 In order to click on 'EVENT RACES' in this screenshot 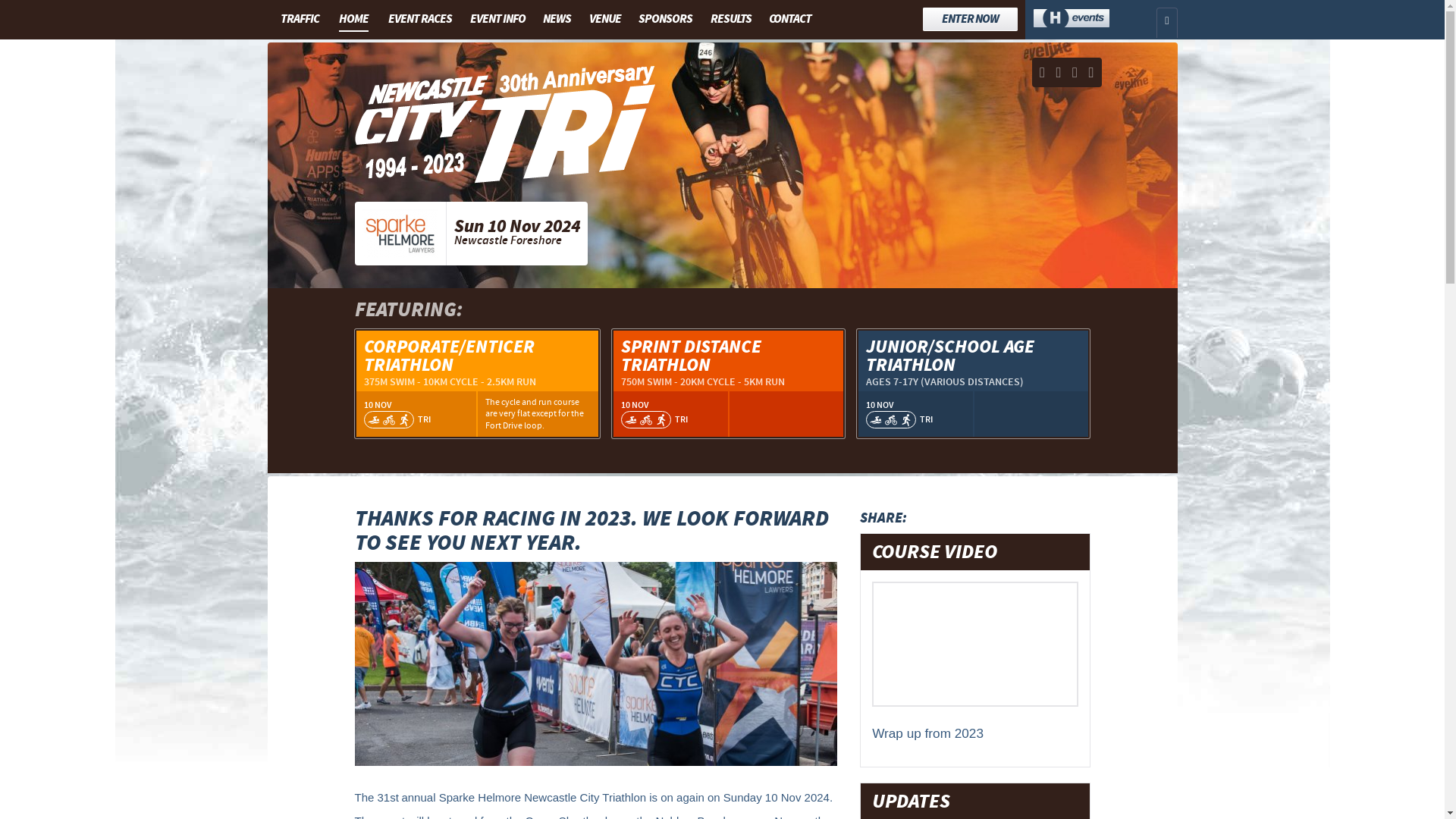, I will do `click(419, 18)`.